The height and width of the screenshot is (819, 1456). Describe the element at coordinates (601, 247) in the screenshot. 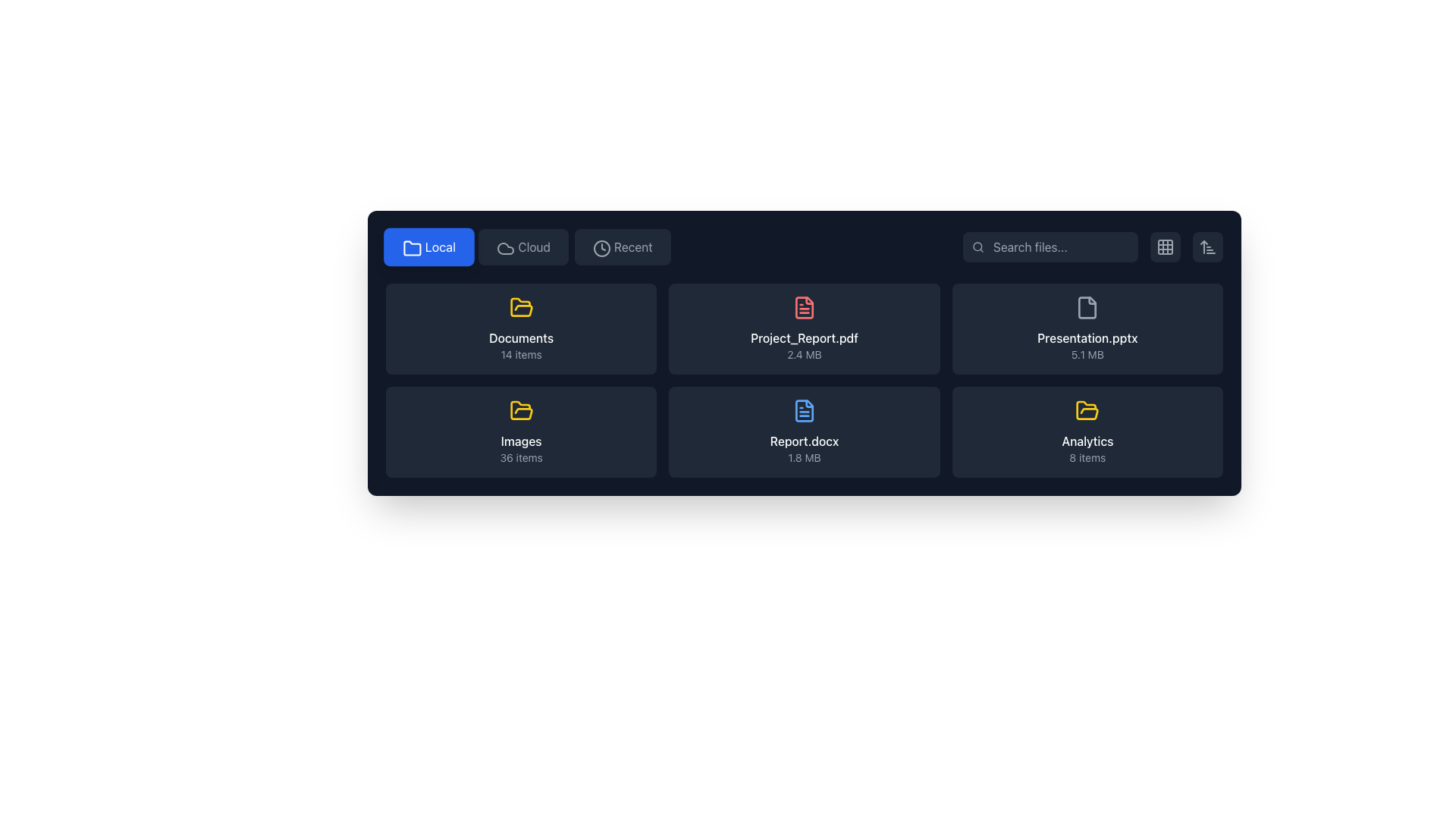

I see `the 'Recent' icon button located in the navigation bar` at that location.